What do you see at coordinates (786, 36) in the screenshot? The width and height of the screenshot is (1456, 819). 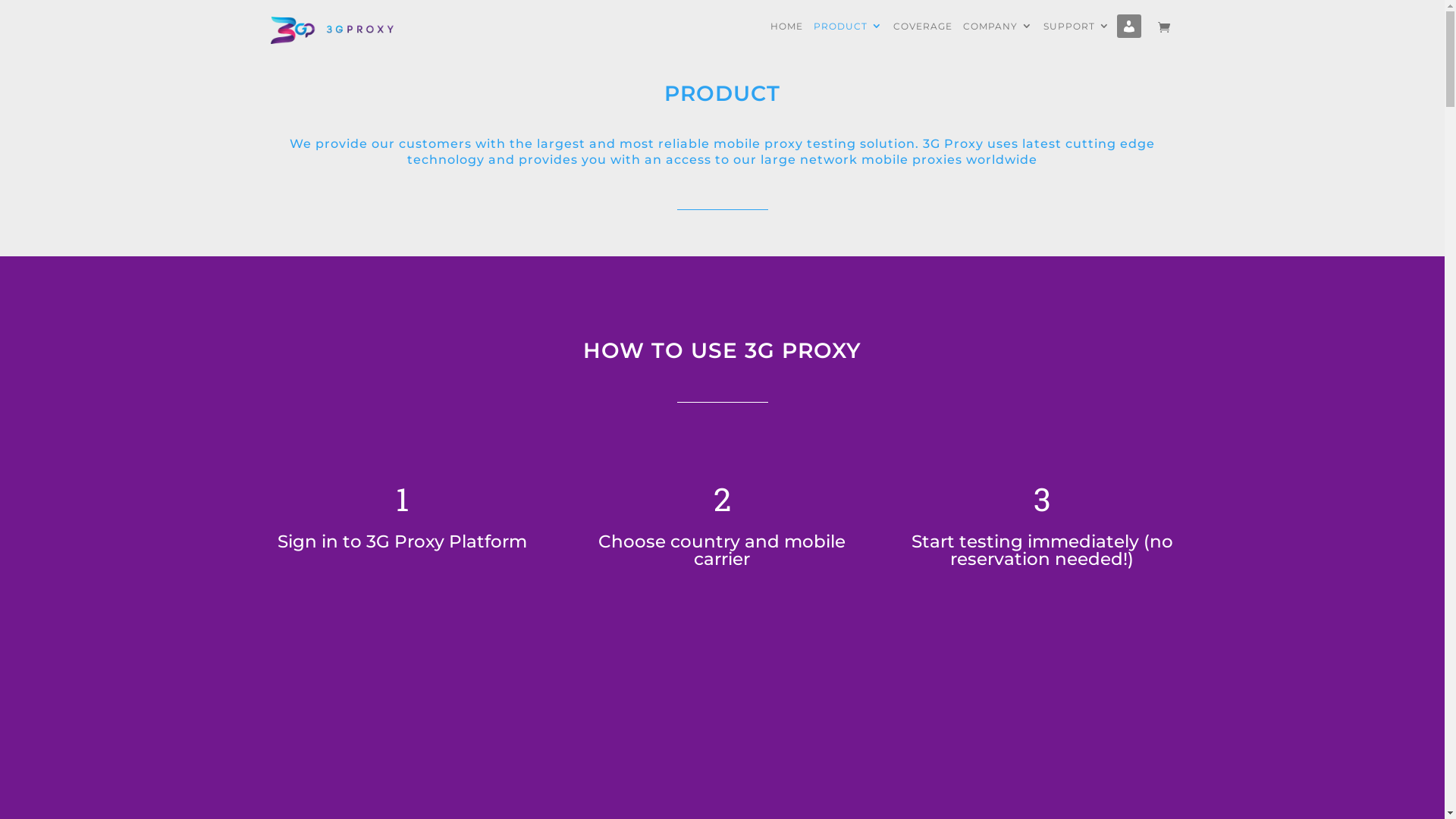 I see `'HOME'` at bounding box center [786, 36].